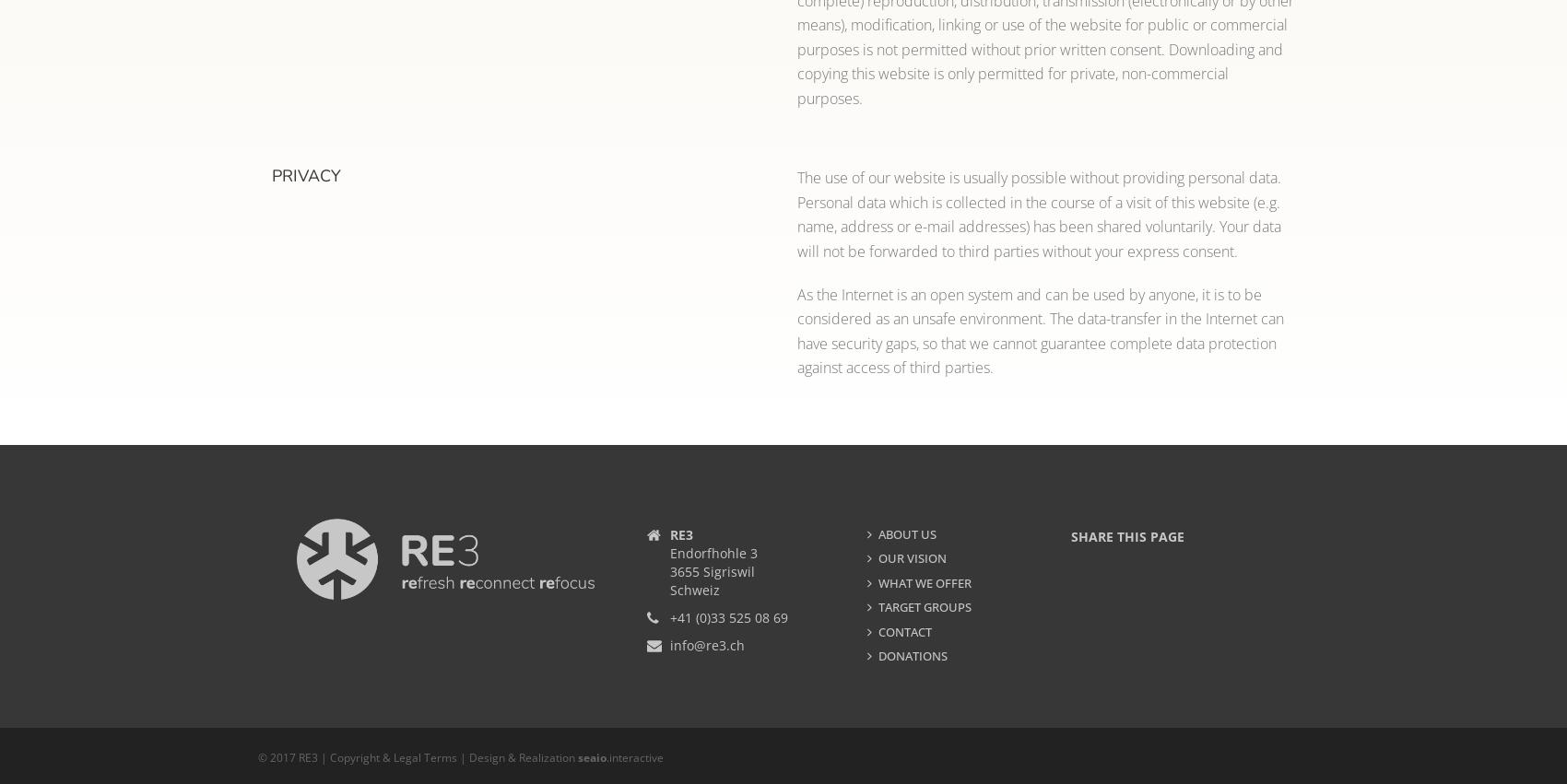  I want to click on 'Endorfhohle 3', so click(713, 552).